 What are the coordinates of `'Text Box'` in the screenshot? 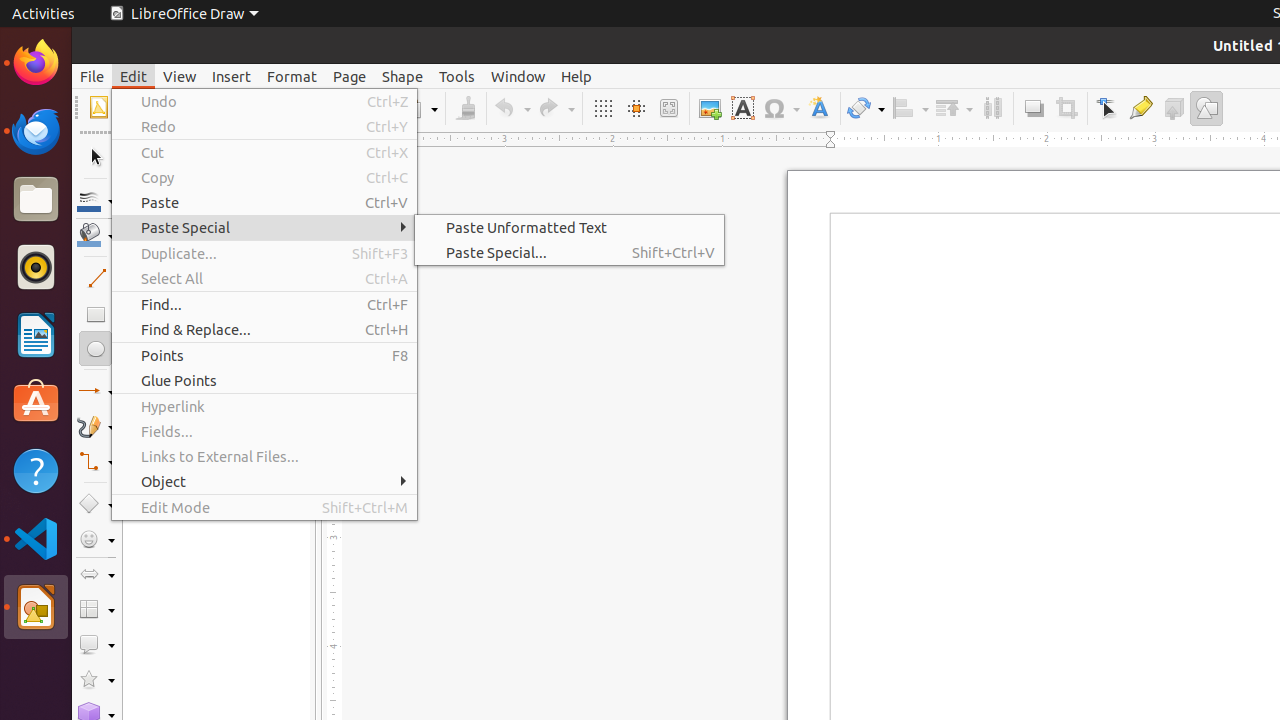 It's located at (741, 108).